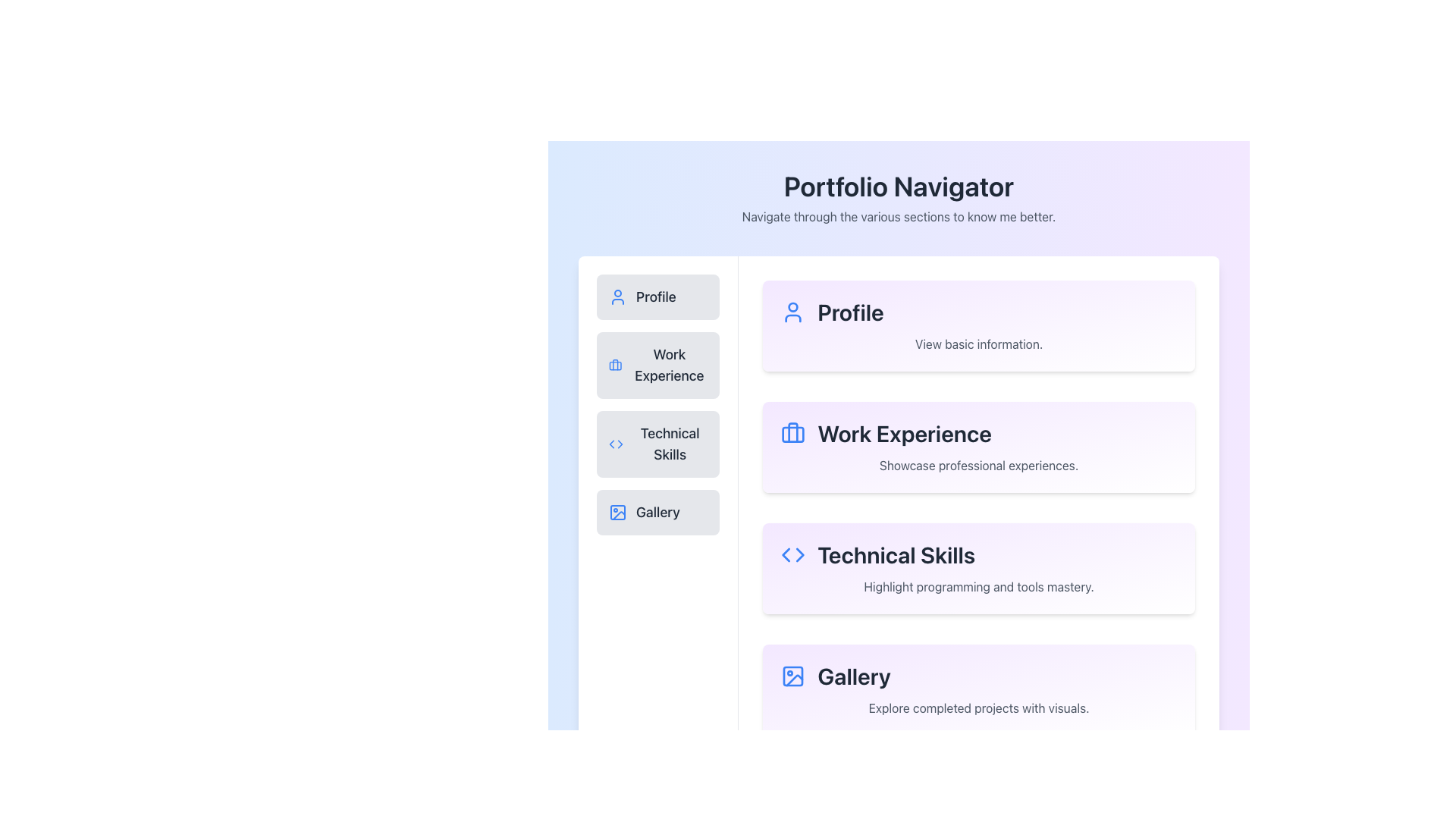 Image resolution: width=1456 pixels, height=819 pixels. Describe the element at coordinates (618, 512) in the screenshot. I see `the blue-colored icon resembling a photo or gallery representation located in the 'Gallery' menu, positioned to the left of the text label 'Gallery'` at that location.